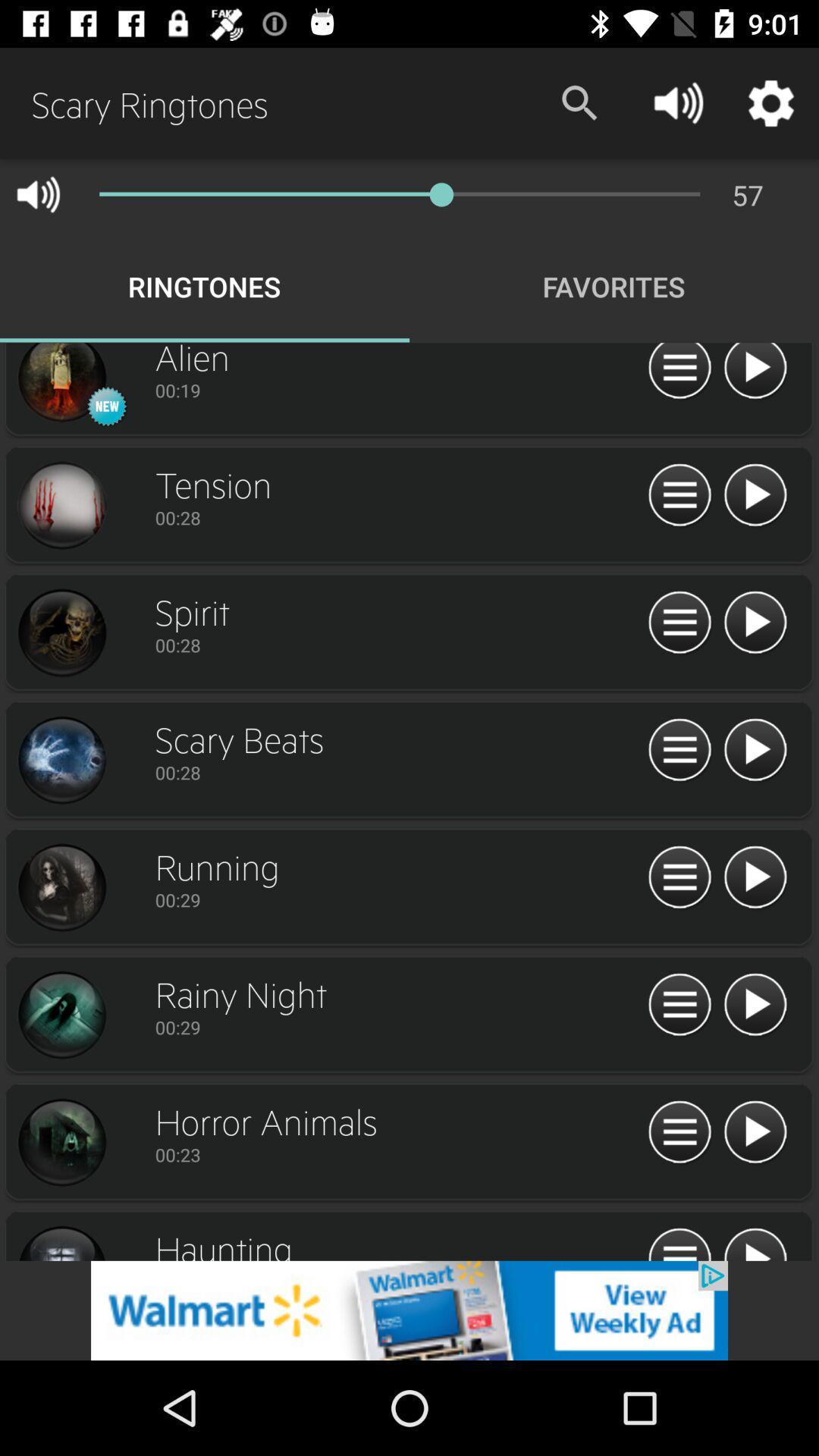 The height and width of the screenshot is (1456, 819). I want to click on open menu, so click(679, 495).